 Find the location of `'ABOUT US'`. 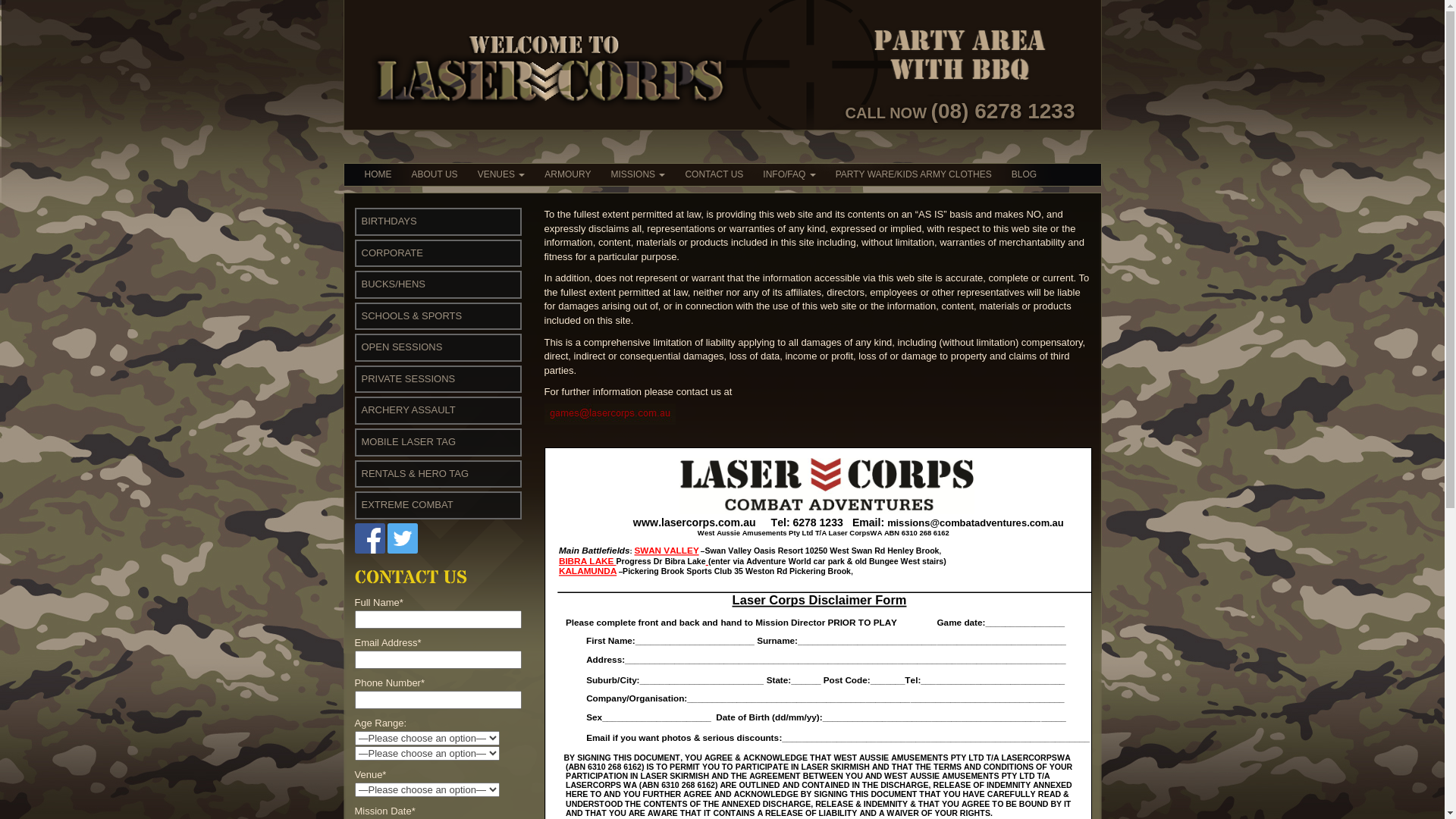

'ABOUT US' is located at coordinates (434, 174).